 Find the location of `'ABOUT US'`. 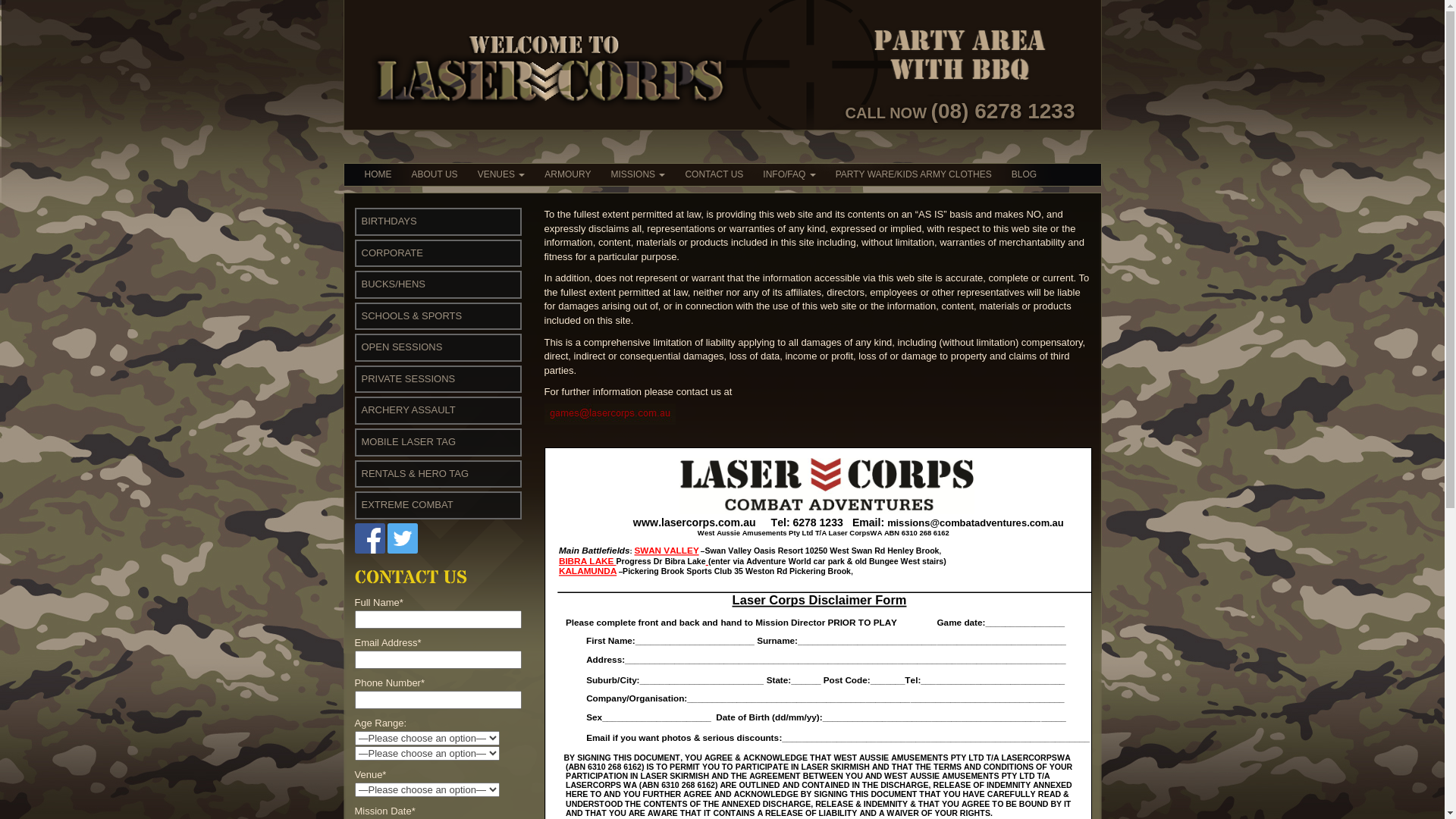

'ABOUT US' is located at coordinates (434, 174).